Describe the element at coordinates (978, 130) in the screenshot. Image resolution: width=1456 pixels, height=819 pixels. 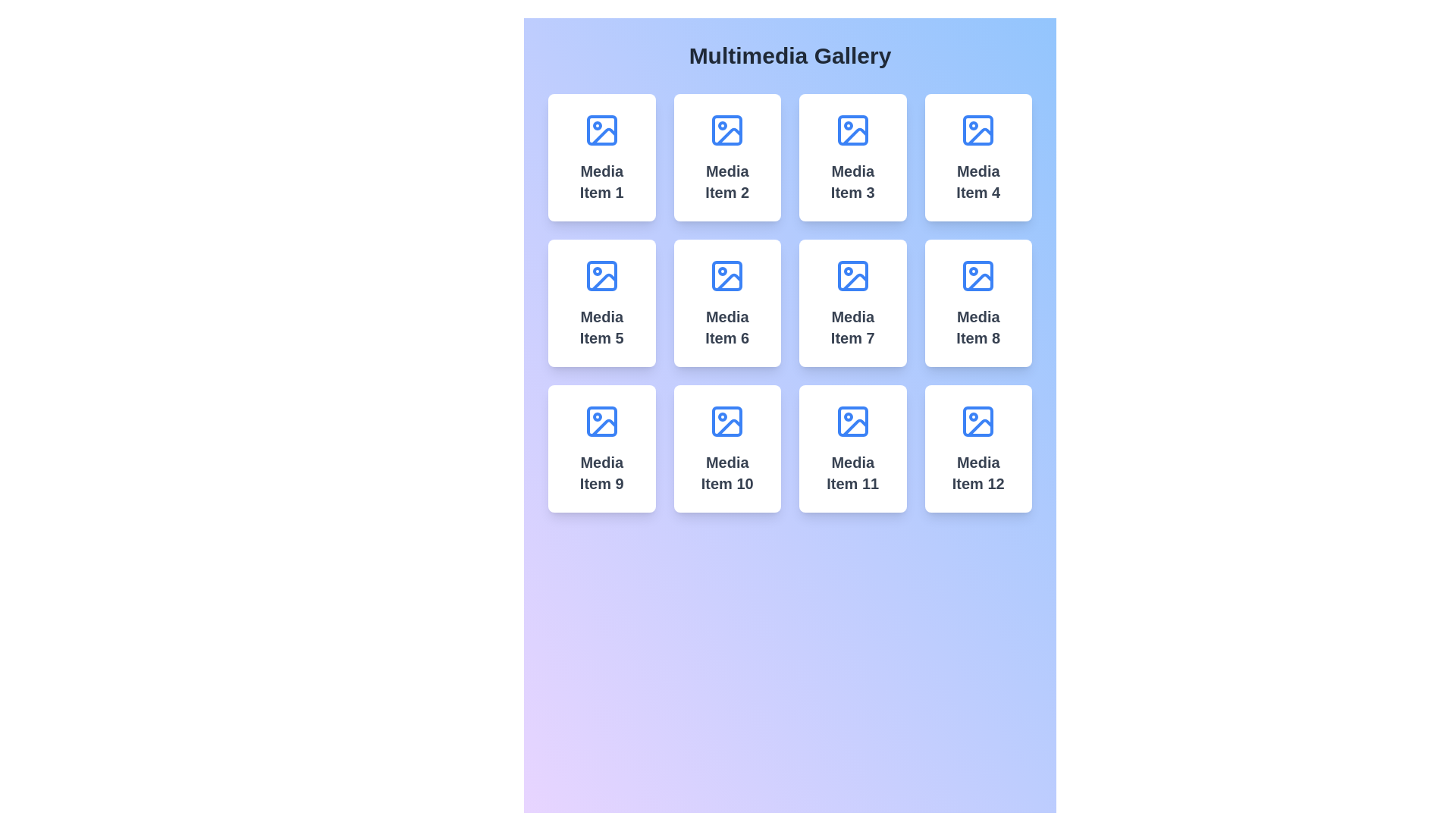
I see `the small rectangular shape with rounded corners that is part of the 'Media Item 4' icon in the multimedia gallery` at that location.